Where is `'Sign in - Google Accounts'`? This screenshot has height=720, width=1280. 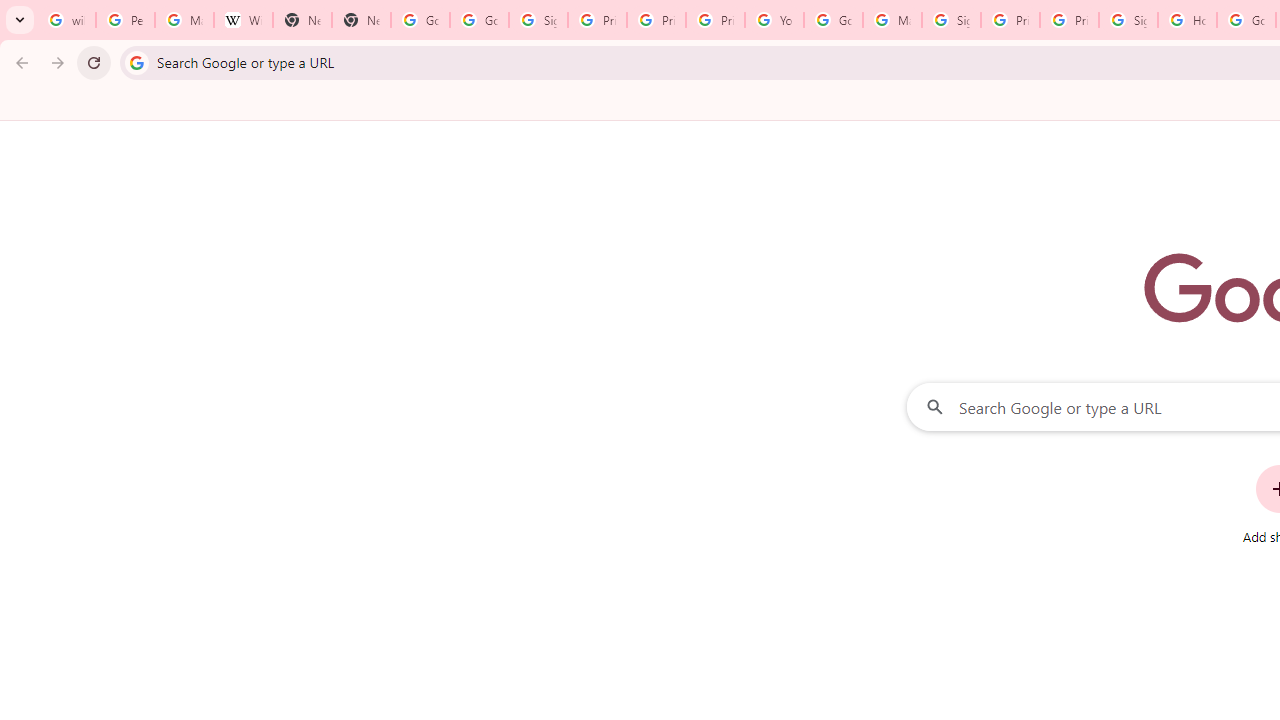 'Sign in - Google Accounts' is located at coordinates (1128, 20).